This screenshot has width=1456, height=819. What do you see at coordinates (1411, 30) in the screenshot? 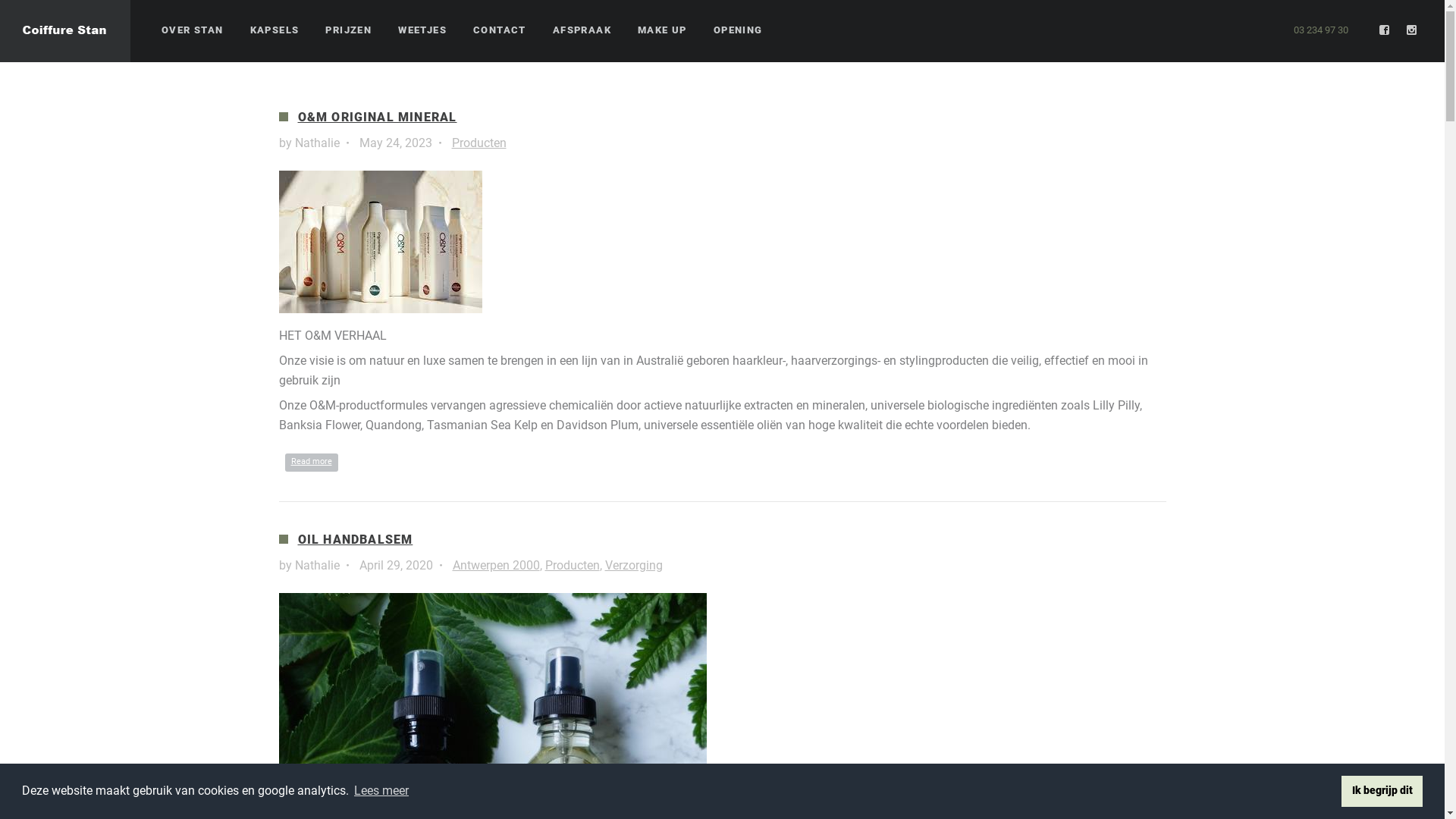
I see `'Instagram'` at bounding box center [1411, 30].